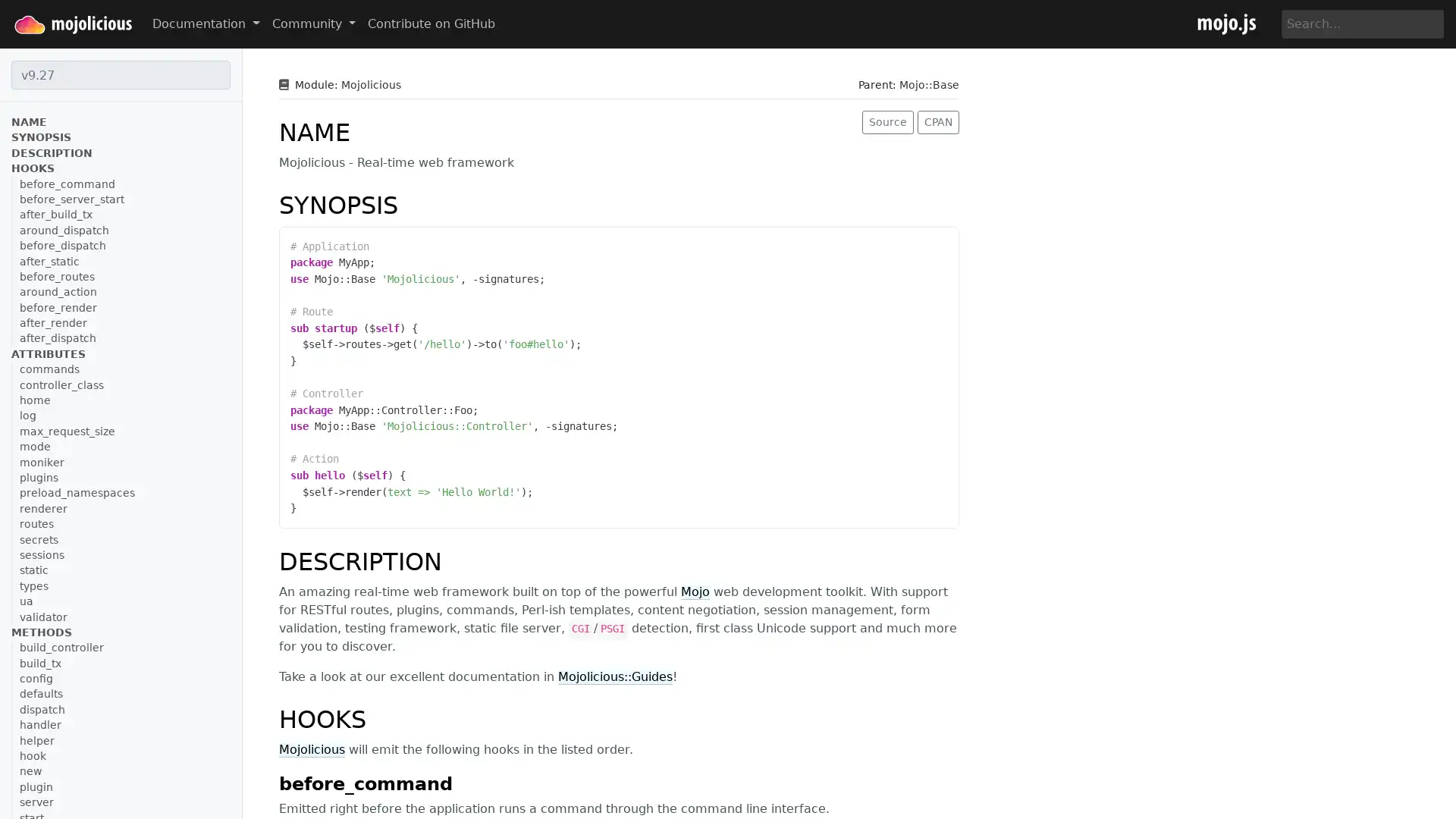 The width and height of the screenshot is (1456, 819). I want to click on CPAN, so click(937, 121).